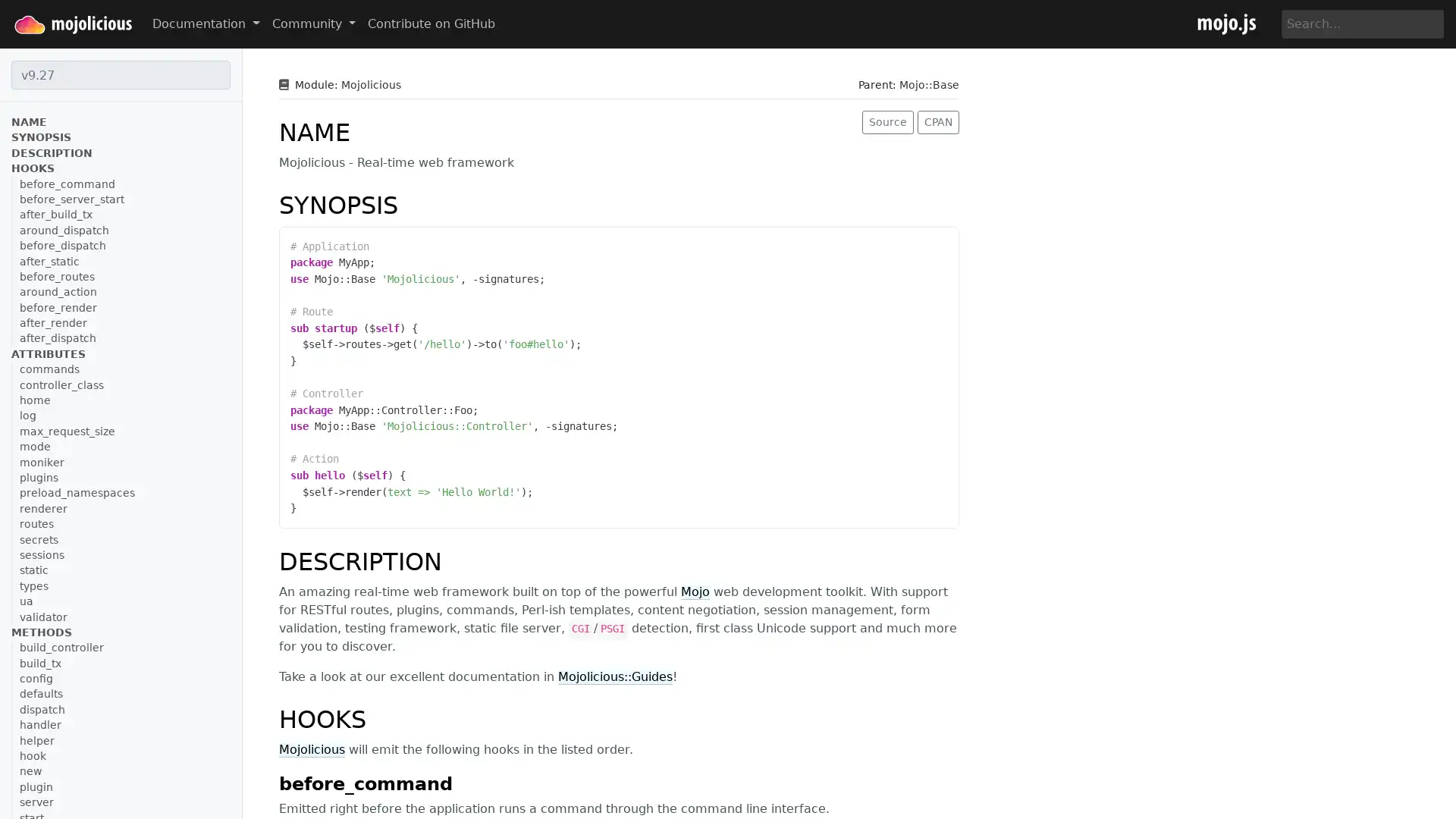 The width and height of the screenshot is (1456, 819). I want to click on CPAN, so click(937, 121).